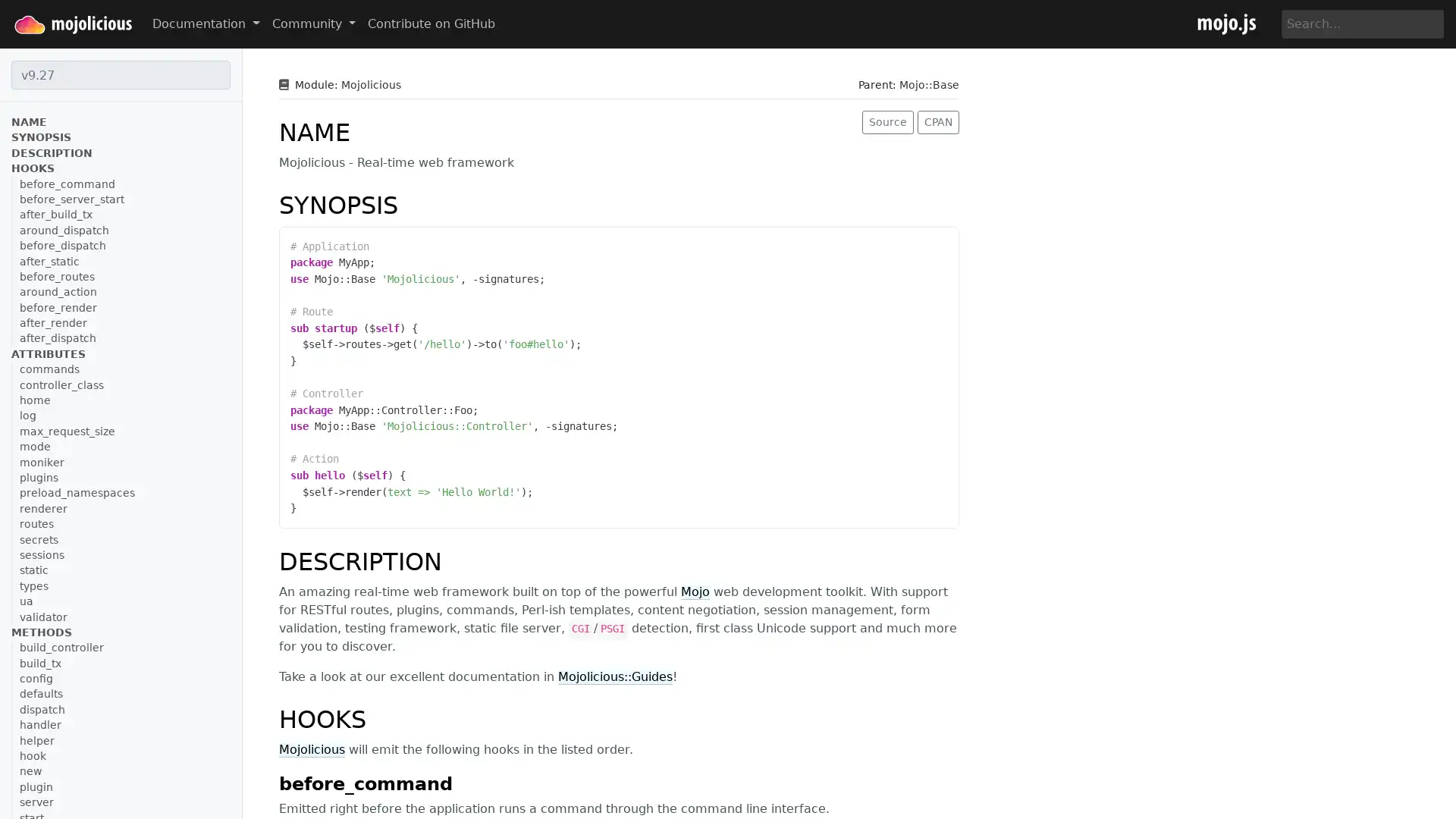 The width and height of the screenshot is (1456, 819). I want to click on CPAN, so click(937, 121).